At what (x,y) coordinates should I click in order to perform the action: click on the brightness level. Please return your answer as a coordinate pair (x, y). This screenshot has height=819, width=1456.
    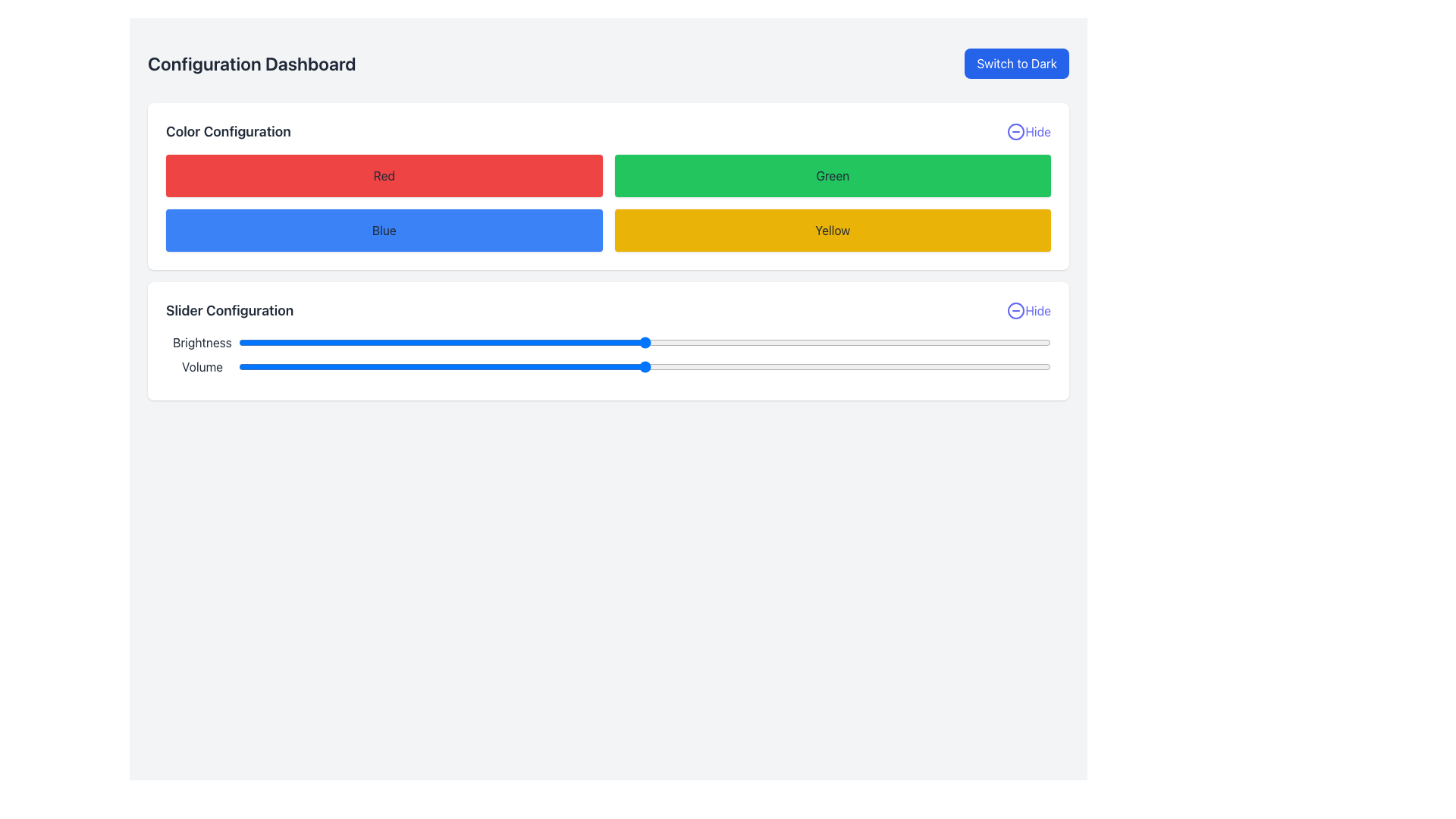
    Looking at the image, I should click on (327, 342).